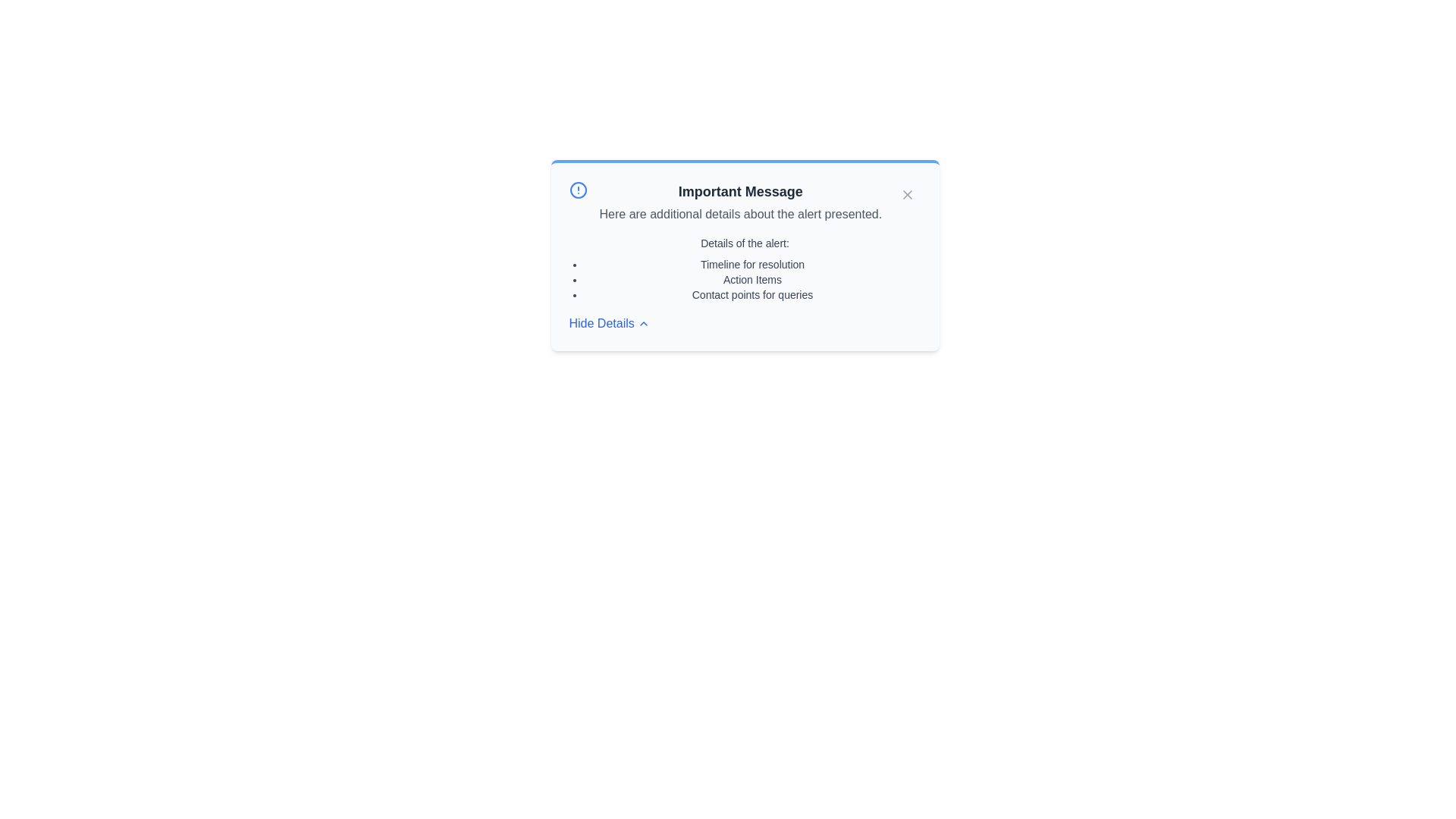 This screenshot has width=1456, height=819. Describe the element at coordinates (643, 323) in the screenshot. I see `the upward Chevron icon located to the right of the 'Hide Details' text link` at that location.